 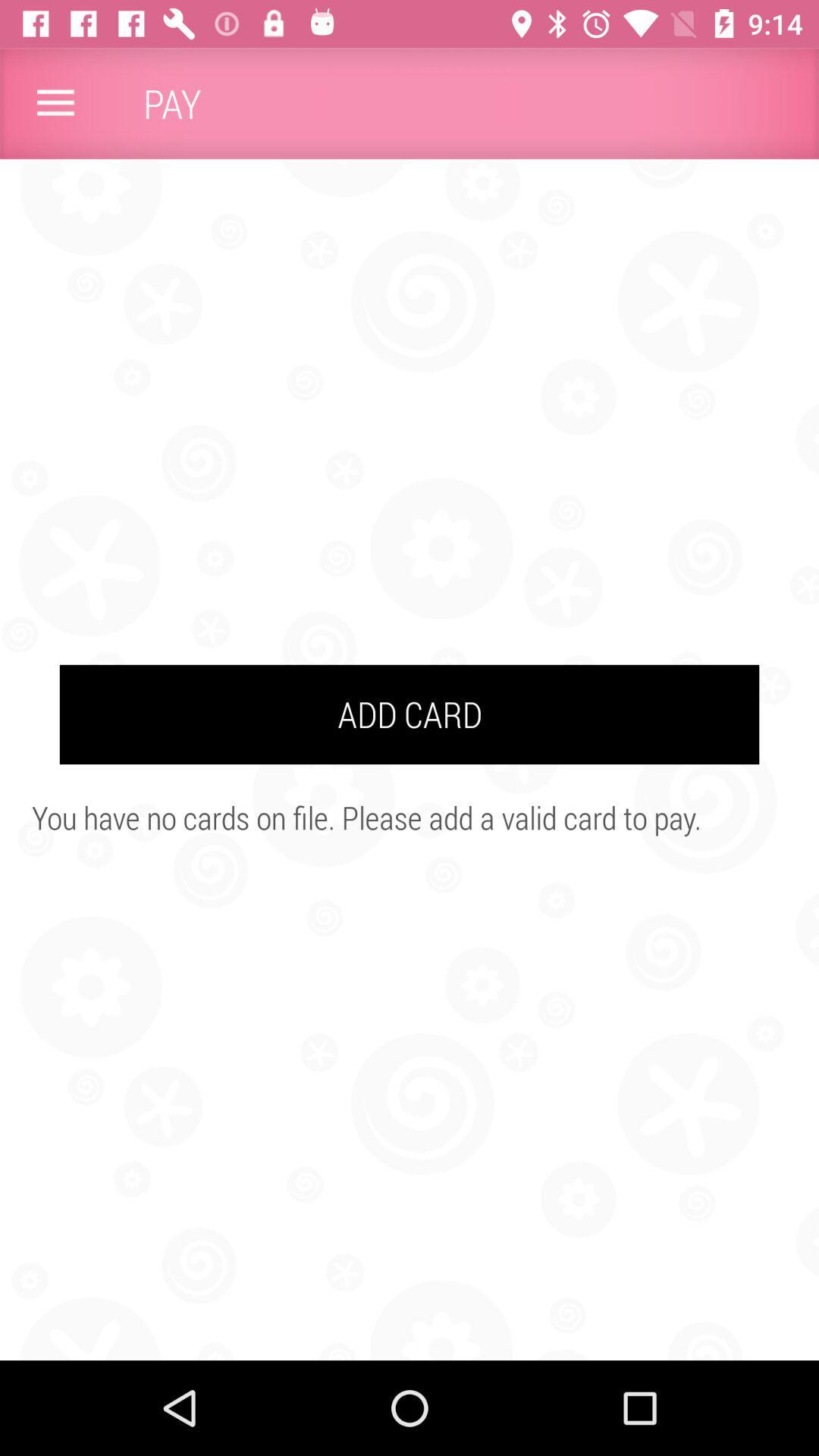 What do you see at coordinates (55, 102) in the screenshot?
I see `the item to the left of pay icon` at bounding box center [55, 102].